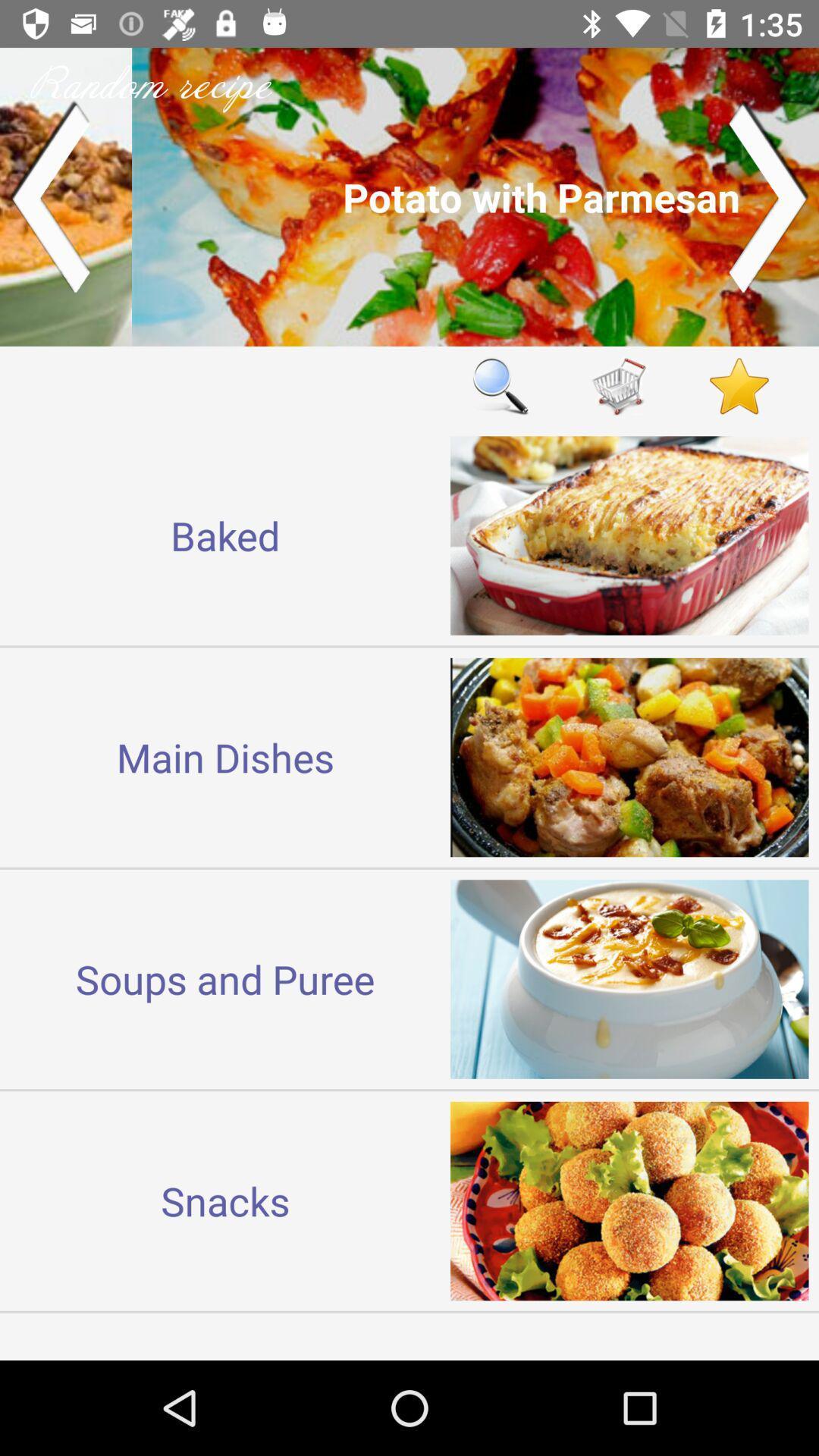 The width and height of the screenshot is (819, 1456). What do you see at coordinates (620, 386) in the screenshot?
I see `open shopping cart` at bounding box center [620, 386].